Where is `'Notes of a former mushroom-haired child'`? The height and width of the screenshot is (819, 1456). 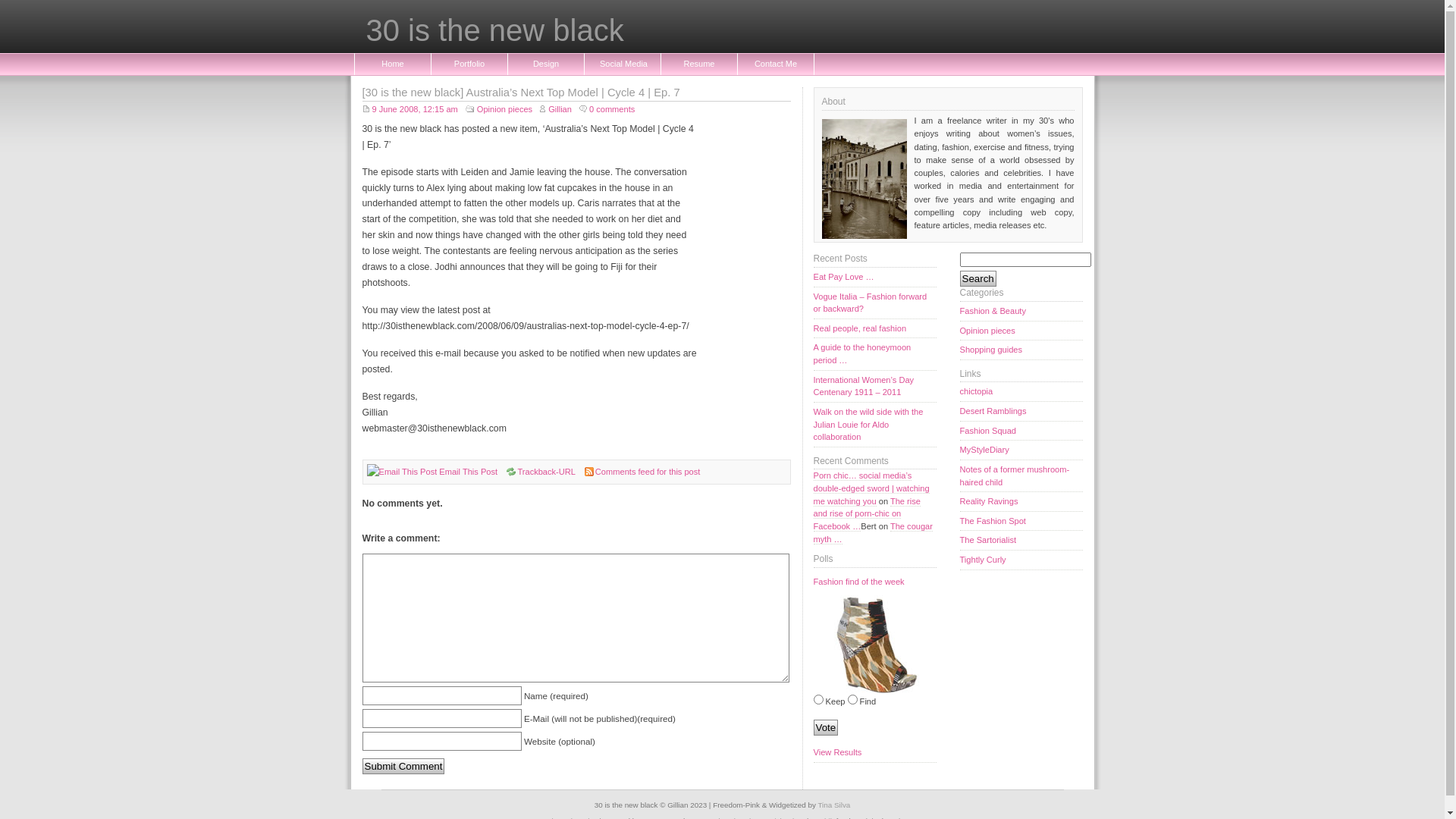
'Notes of a former mushroom-haired child' is located at coordinates (1021, 475).